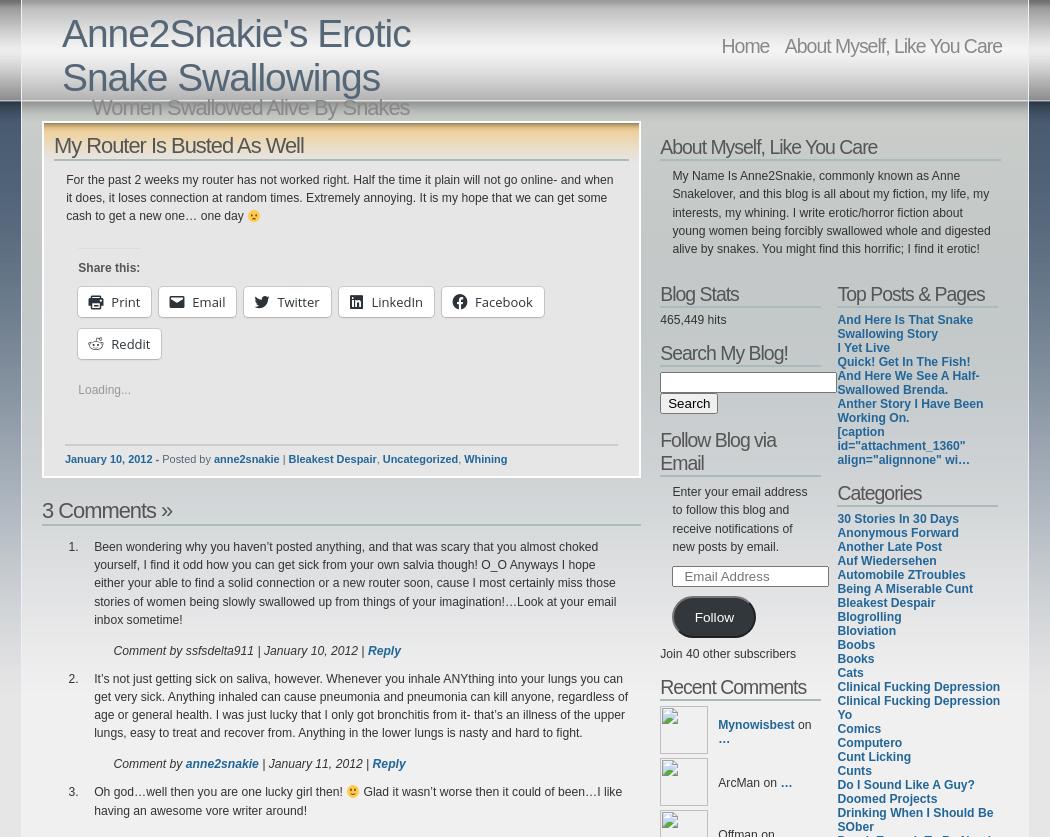 Image resolution: width=1050 pixels, height=837 pixels. I want to click on 'January 10, 2012', so click(108, 457).